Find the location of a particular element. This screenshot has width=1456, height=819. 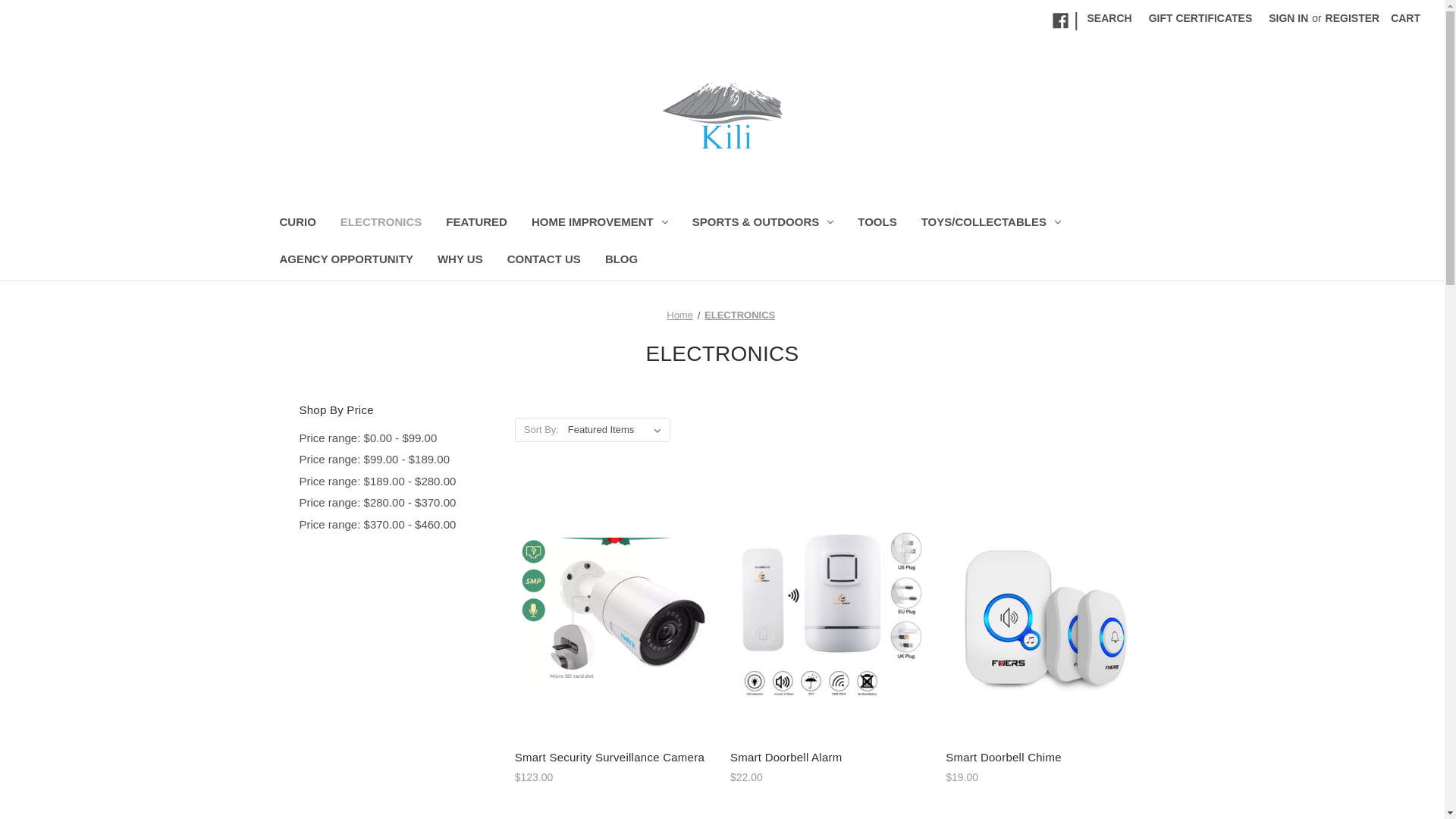

'Price range: $280.00 - $370.00' is located at coordinates (298, 503).